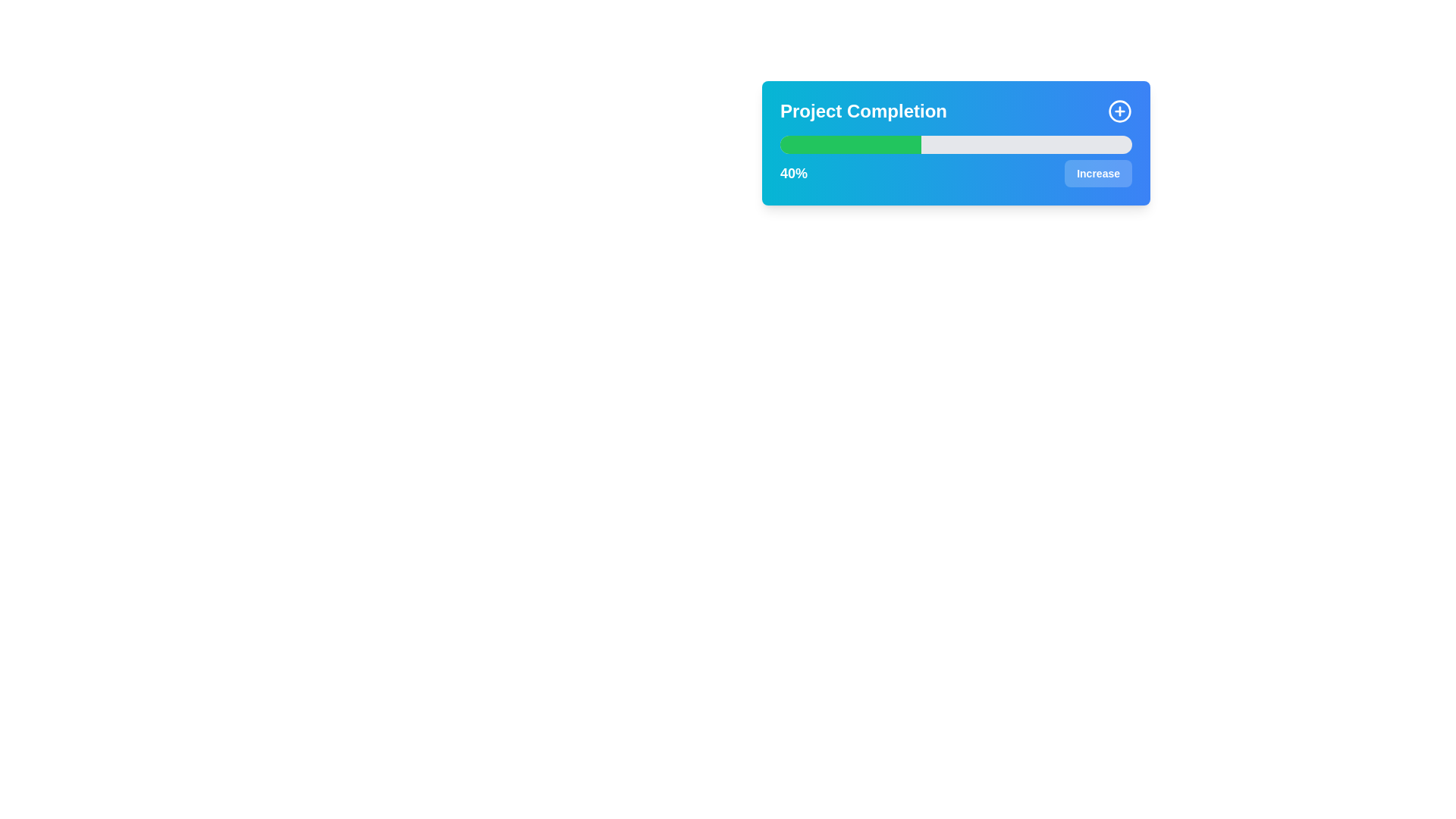 The image size is (1456, 819). What do you see at coordinates (792, 172) in the screenshot?
I see `value displayed in the text label showing '40%' in white font, which is located on the far left side of the card component labeled 'Project Completion'` at bounding box center [792, 172].